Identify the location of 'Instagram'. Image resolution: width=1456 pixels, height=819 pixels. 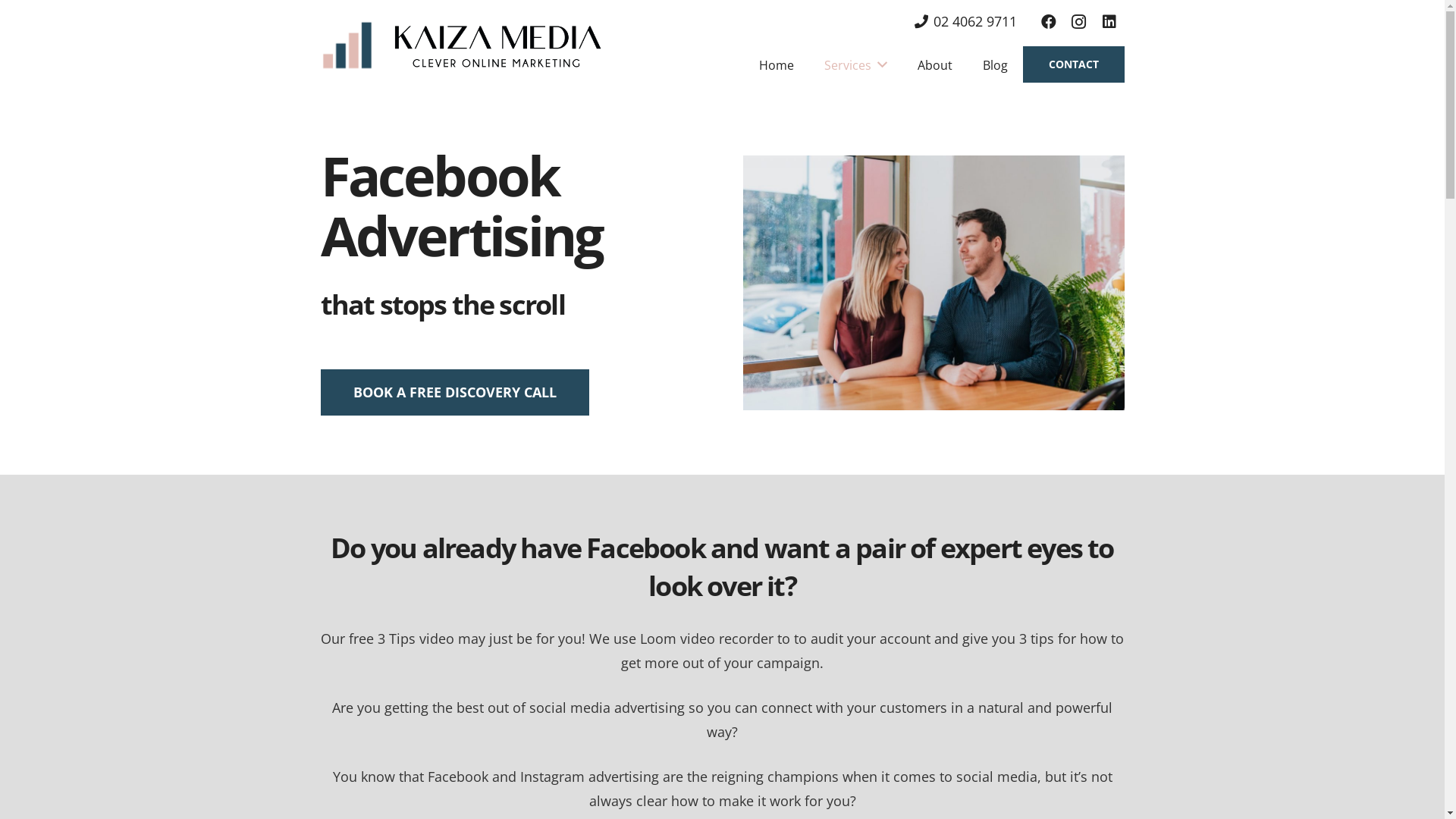
(1077, 22).